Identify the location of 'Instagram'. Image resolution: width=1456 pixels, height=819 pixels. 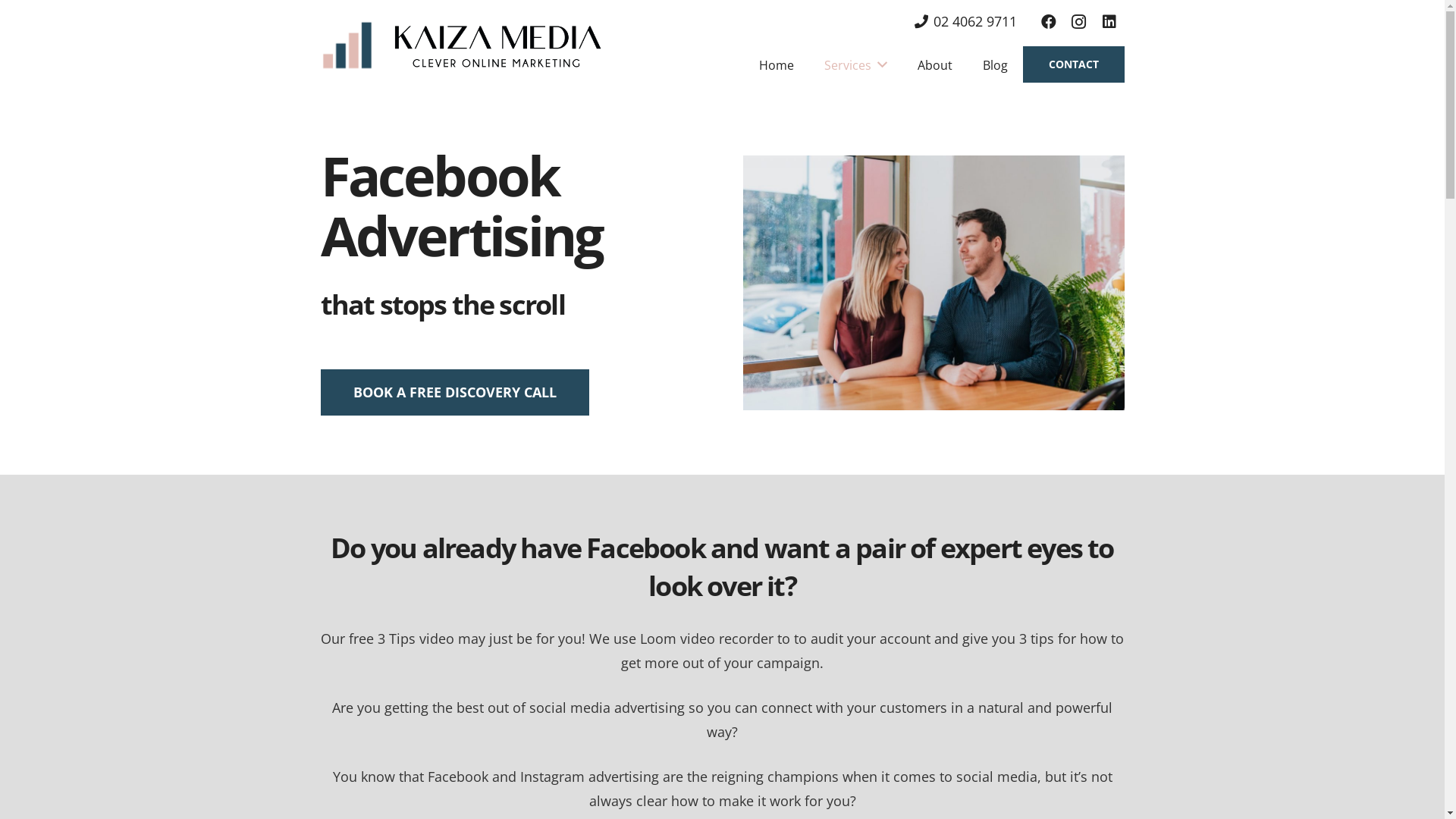
(1077, 22).